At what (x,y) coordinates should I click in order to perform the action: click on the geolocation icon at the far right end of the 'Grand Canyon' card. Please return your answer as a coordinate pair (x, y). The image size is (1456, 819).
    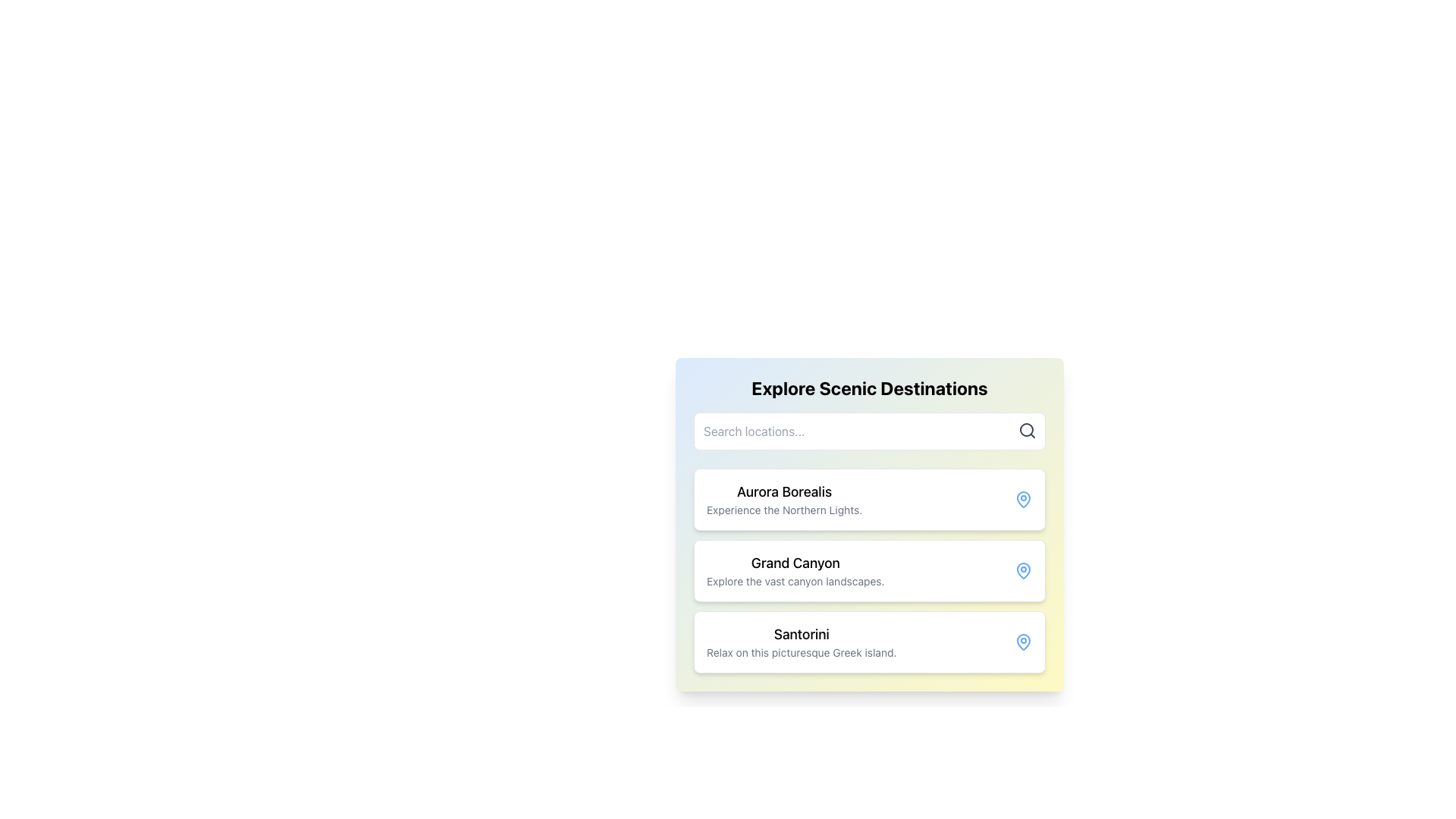
    Looking at the image, I should click on (1023, 570).